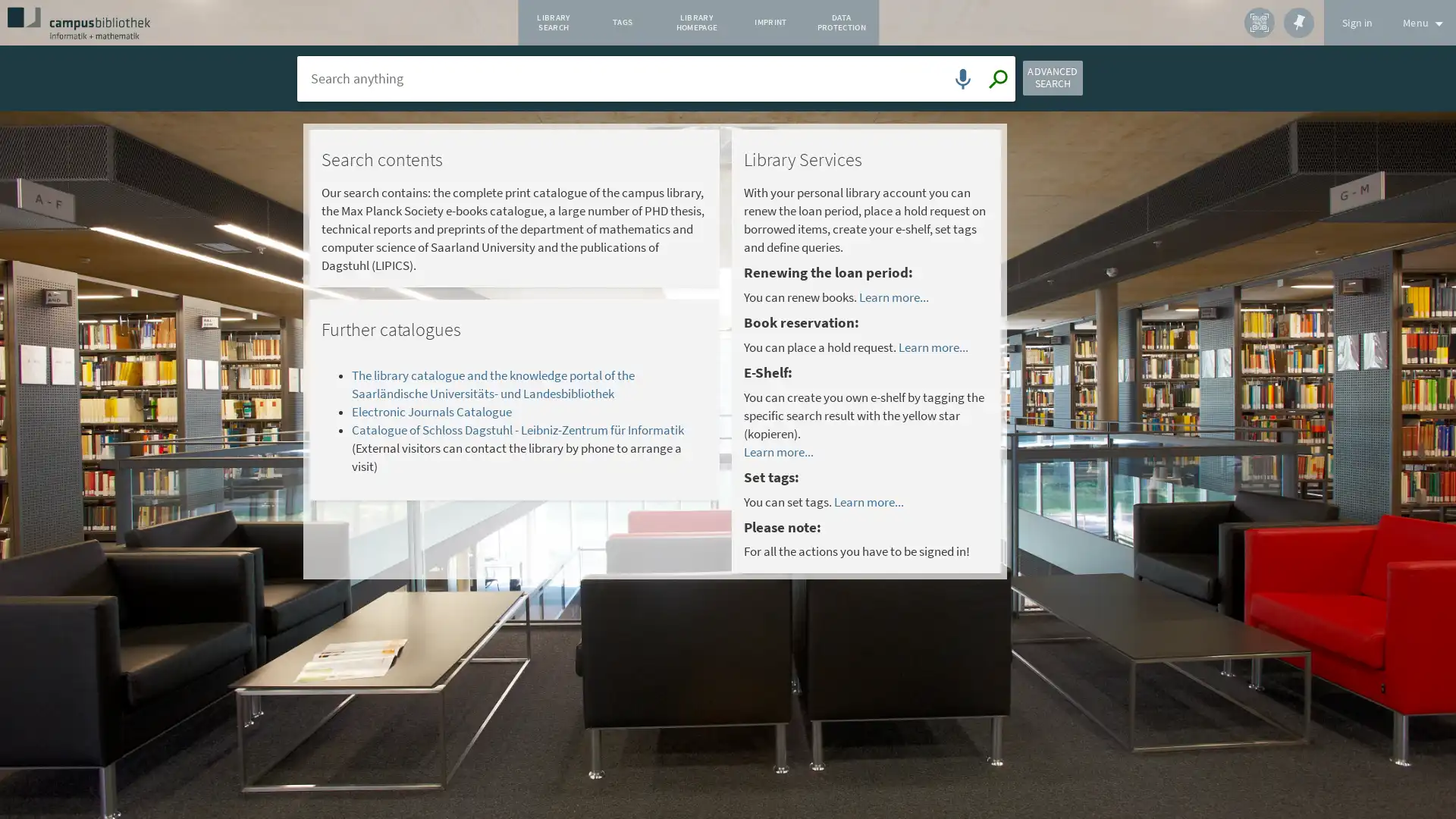 The width and height of the screenshot is (1456, 819). Describe the element at coordinates (959, 84) in the screenshot. I see `Open voice search` at that location.